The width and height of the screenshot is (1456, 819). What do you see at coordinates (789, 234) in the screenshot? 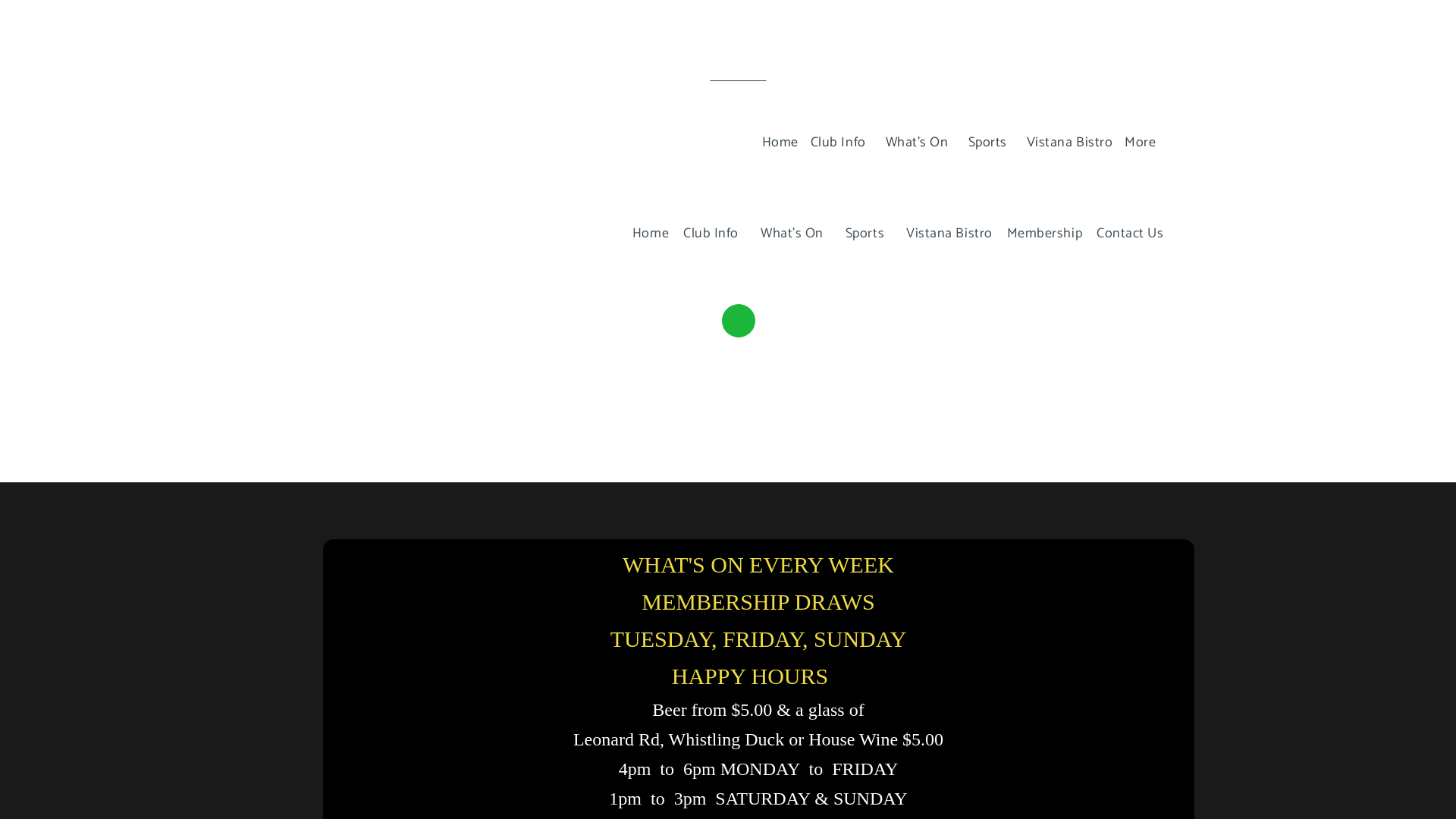
I see `'What's On'` at bounding box center [789, 234].